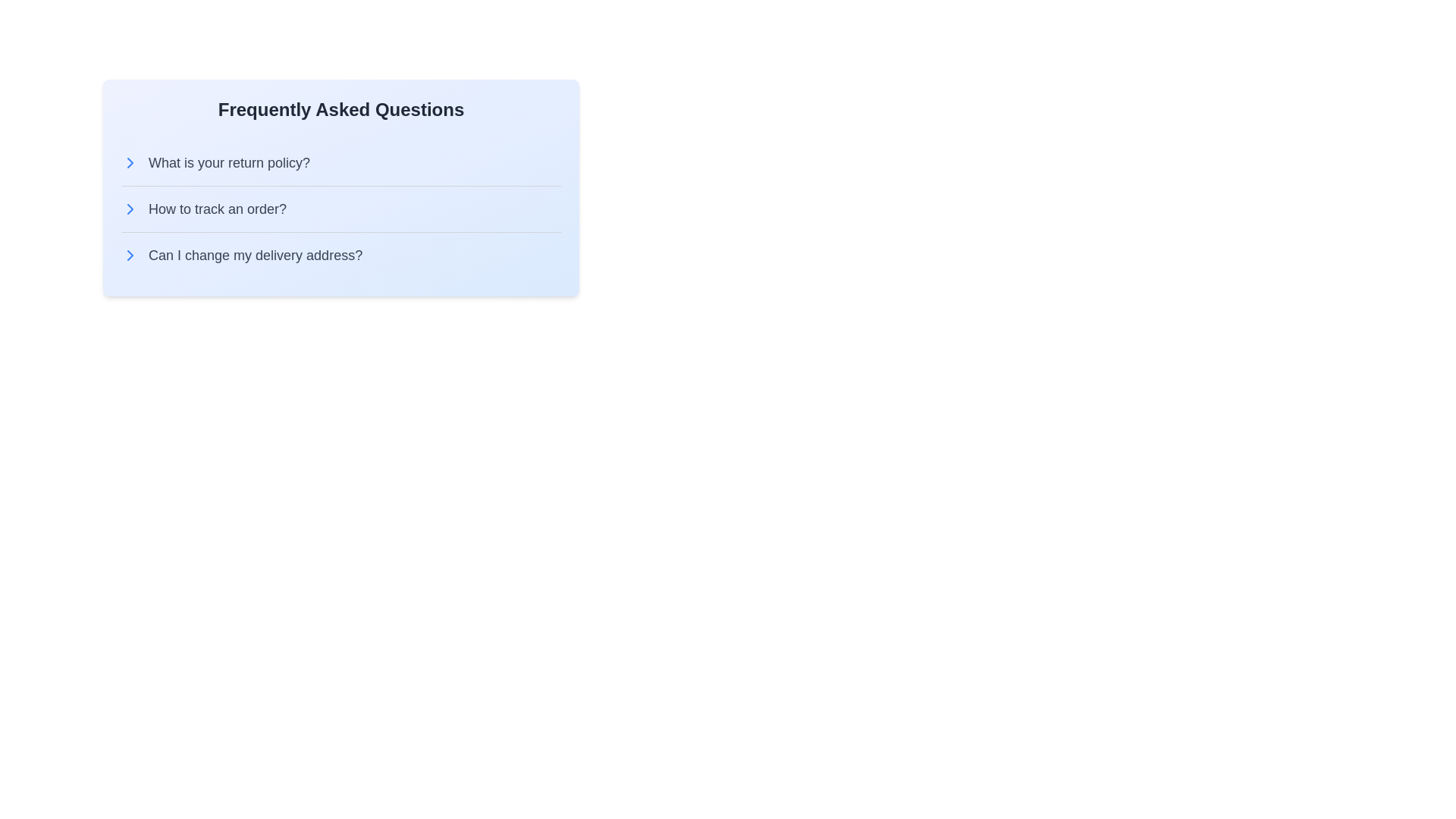  I want to click on the button styled as a text item labeled 'Can I change my delivery address?', so click(340, 254).